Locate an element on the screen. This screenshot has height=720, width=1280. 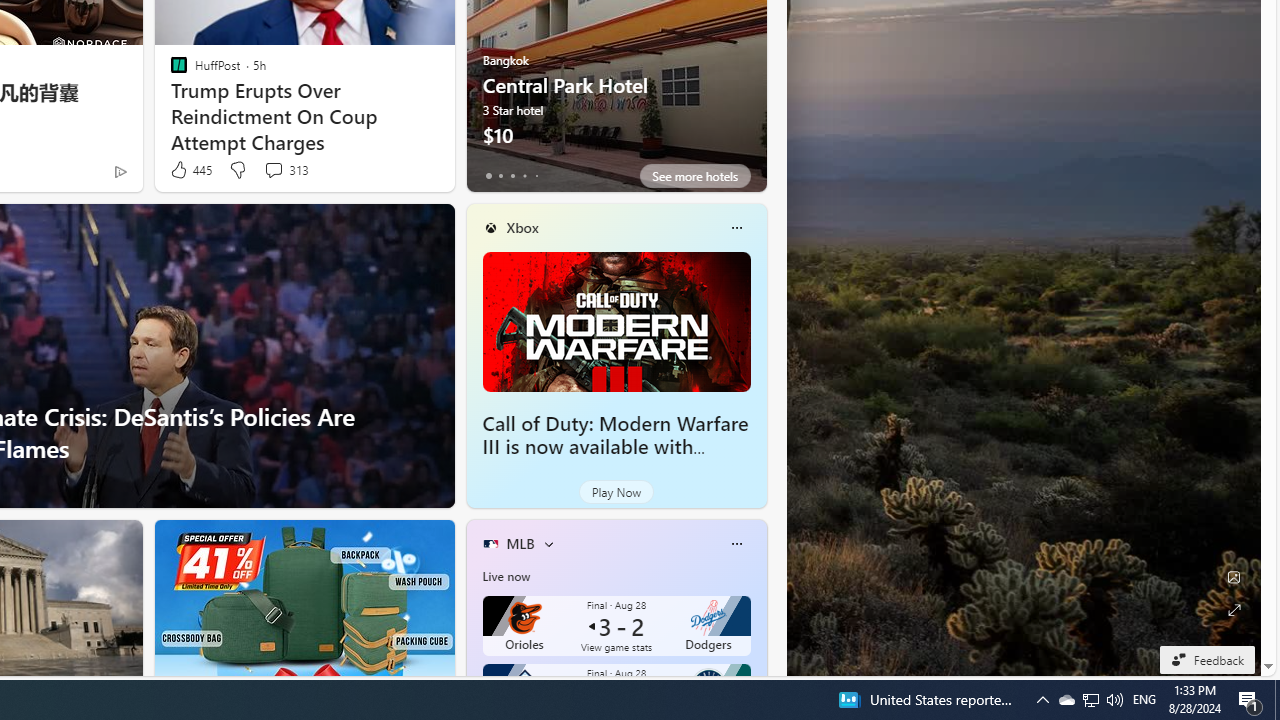
'tab-3' is located at coordinates (524, 175).